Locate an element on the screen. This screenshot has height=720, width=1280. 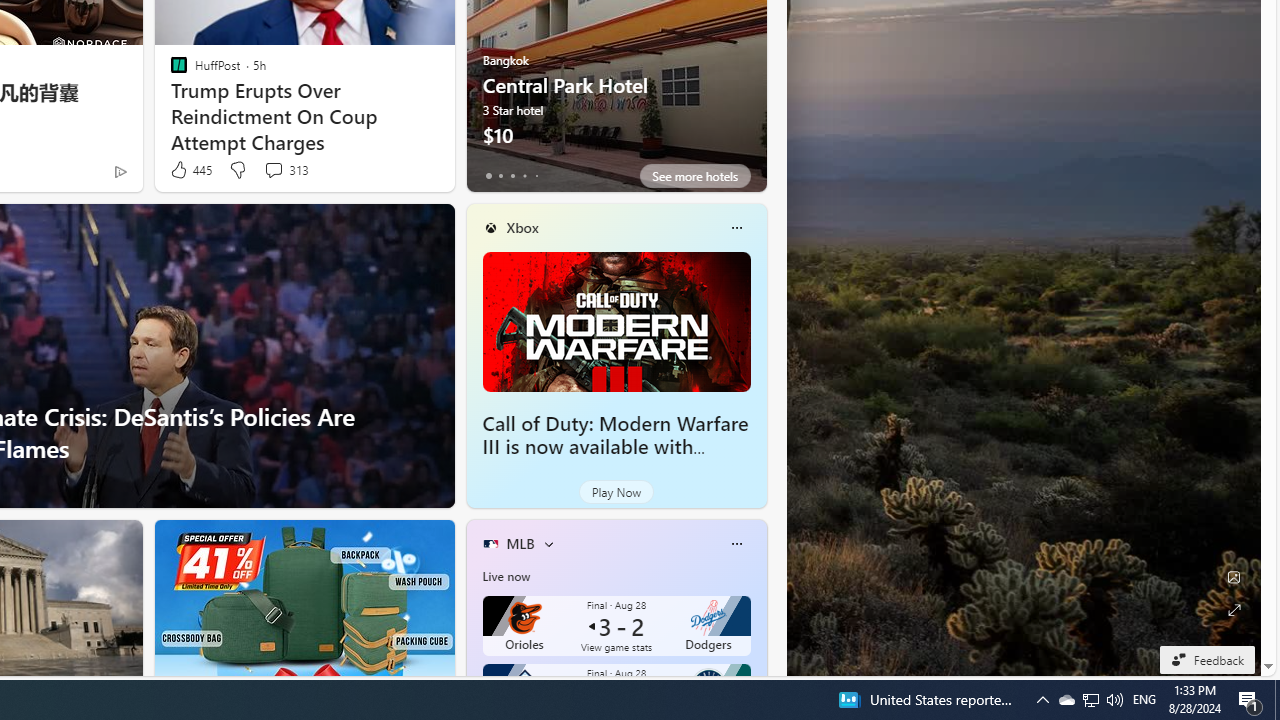
'tab-3' is located at coordinates (524, 175).